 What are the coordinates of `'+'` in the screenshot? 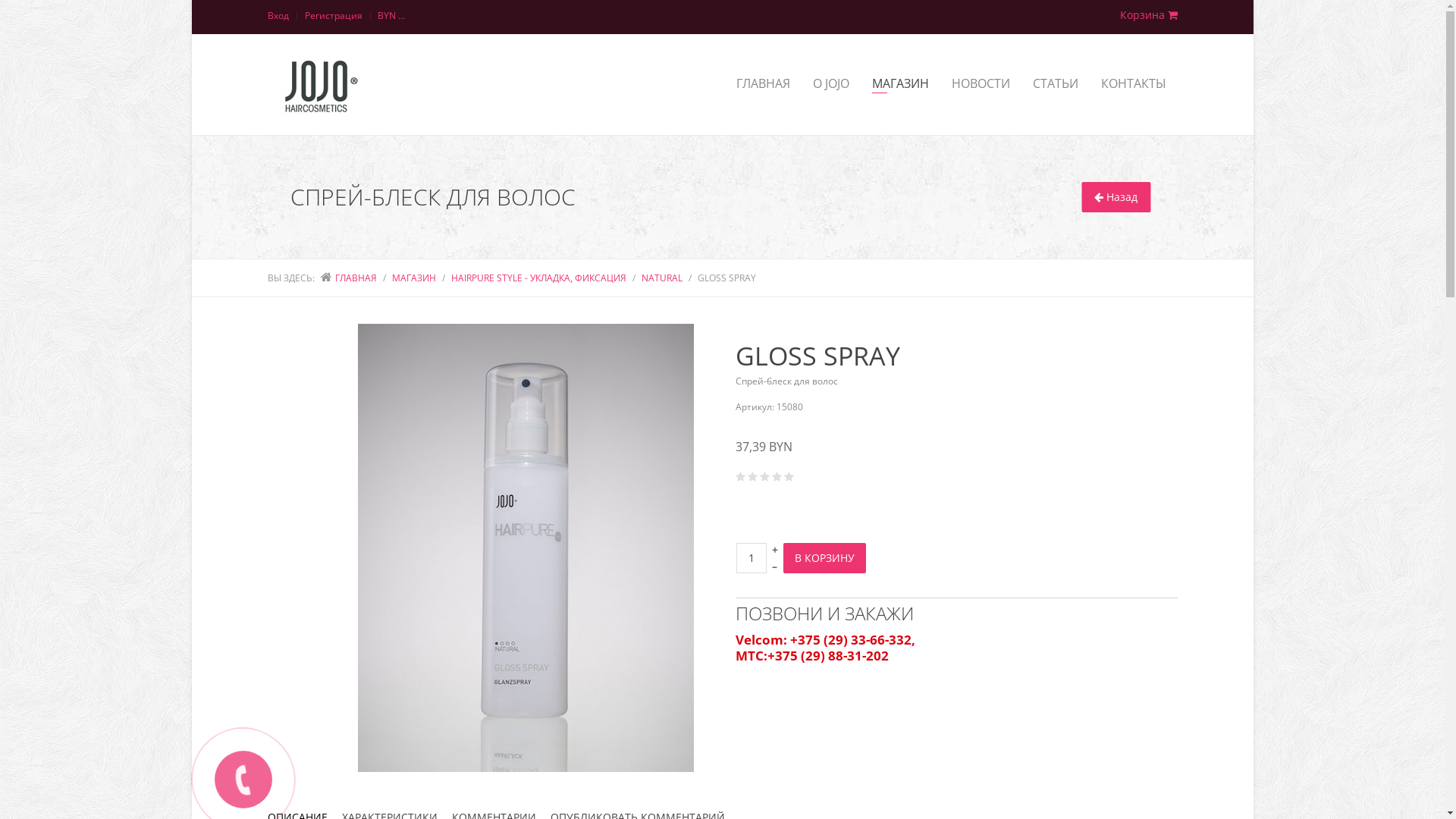 It's located at (775, 549).